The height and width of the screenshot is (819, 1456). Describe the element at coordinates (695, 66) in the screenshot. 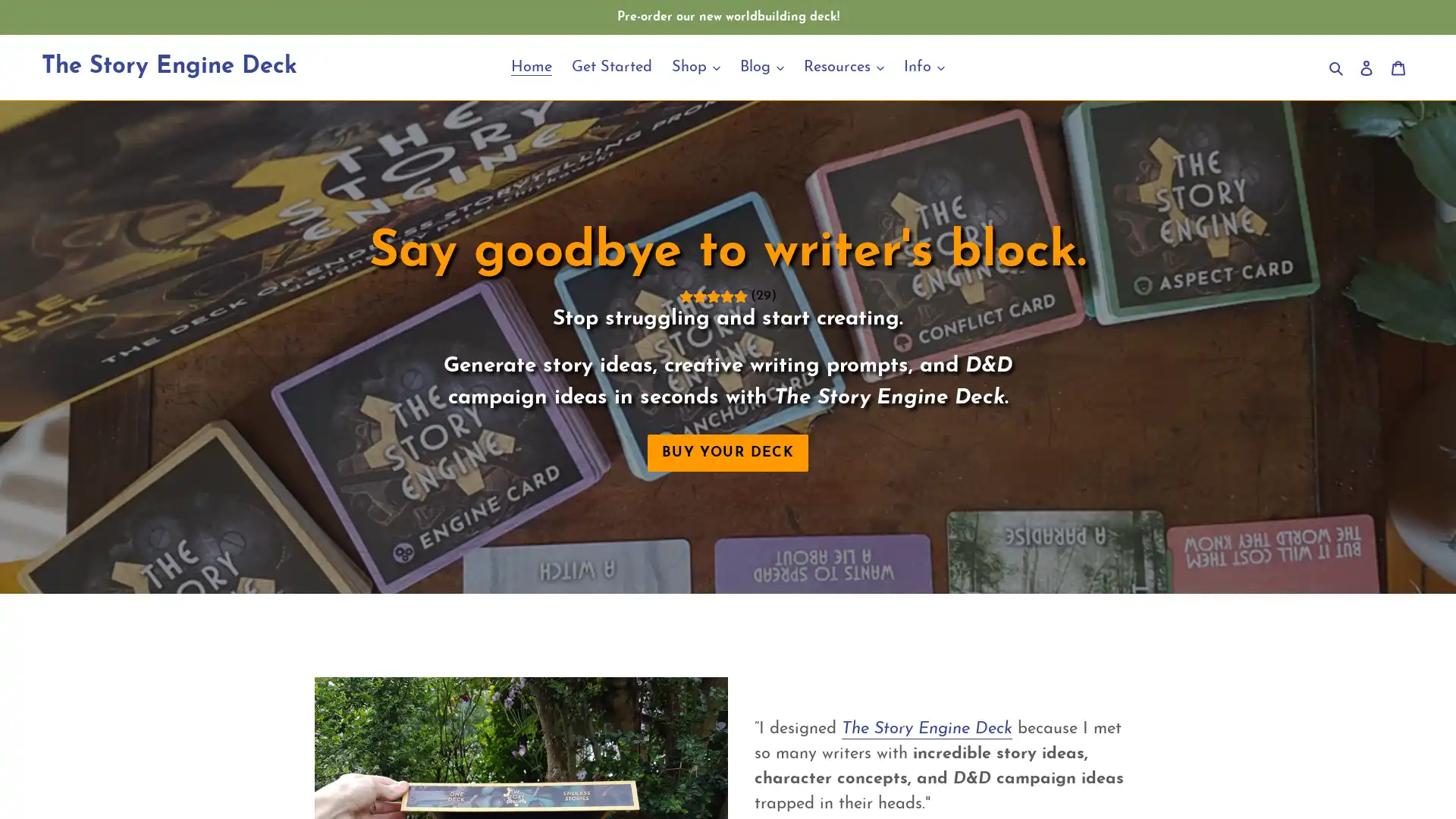

I see `Shop` at that location.